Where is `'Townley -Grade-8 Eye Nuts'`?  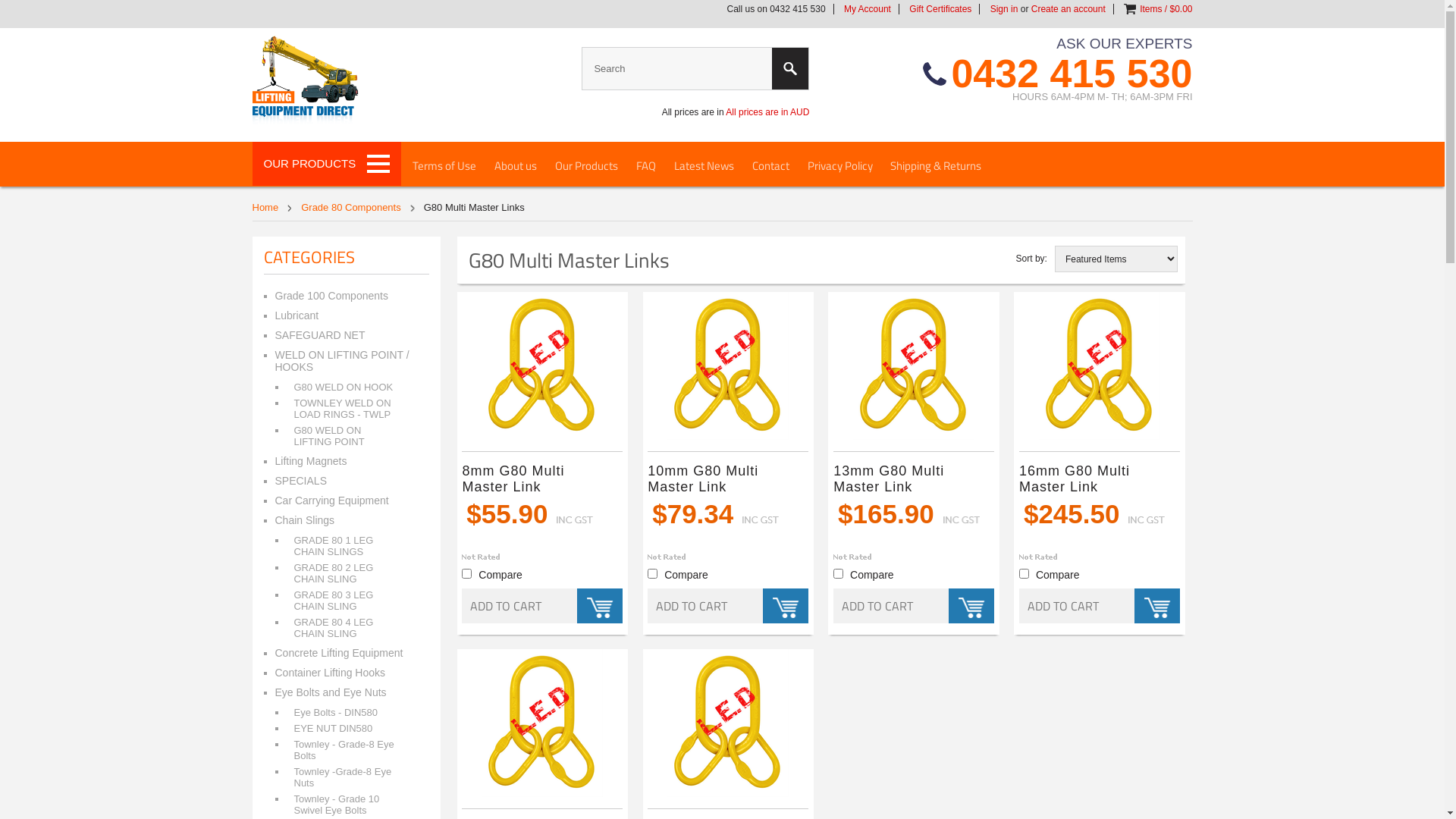 'Townley -Grade-8 Eye Nuts' is located at coordinates (346, 777).